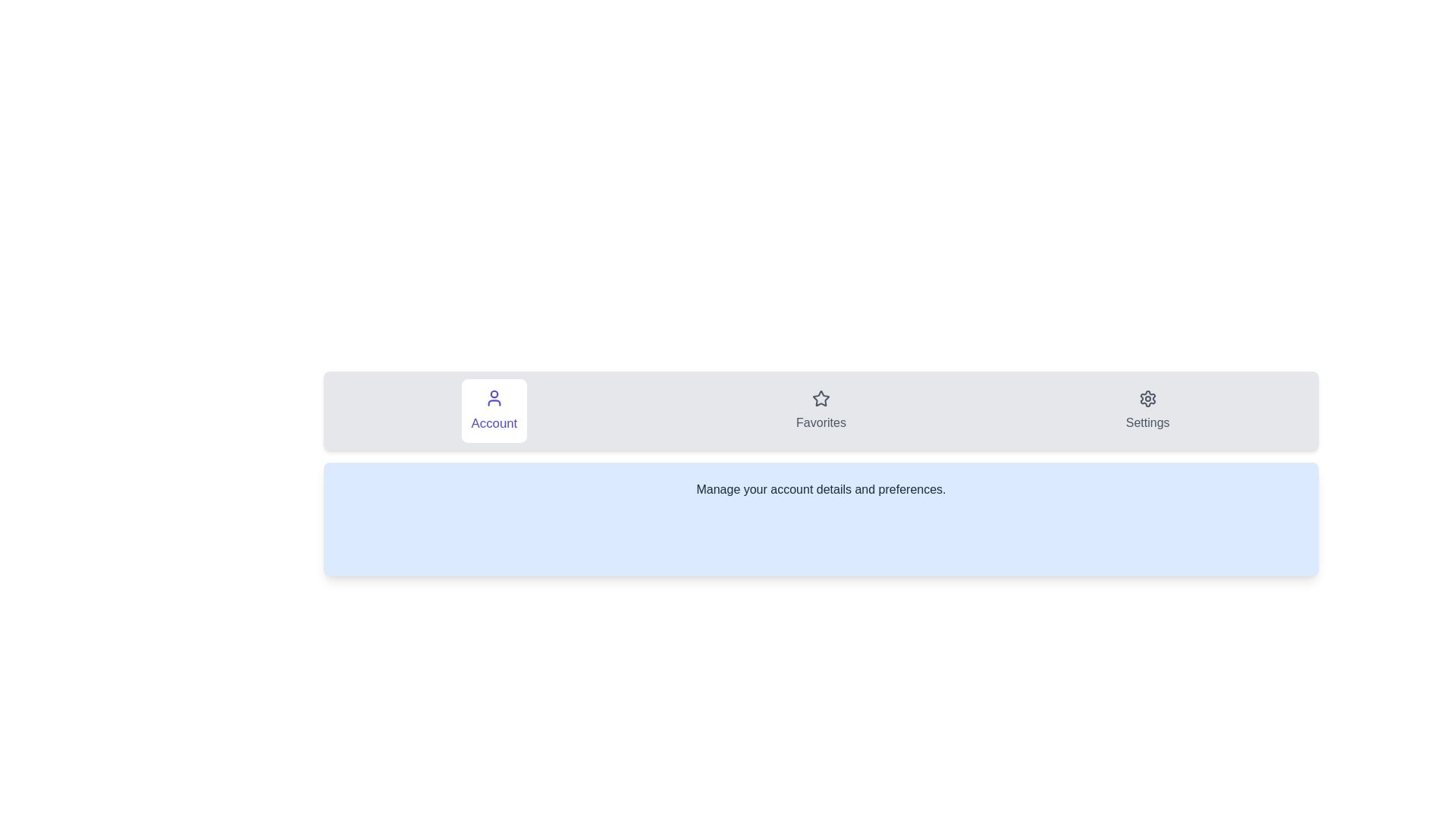  What do you see at coordinates (1147, 411) in the screenshot?
I see `the Settings tab by clicking on its button` at bounding box center [1147, 411].